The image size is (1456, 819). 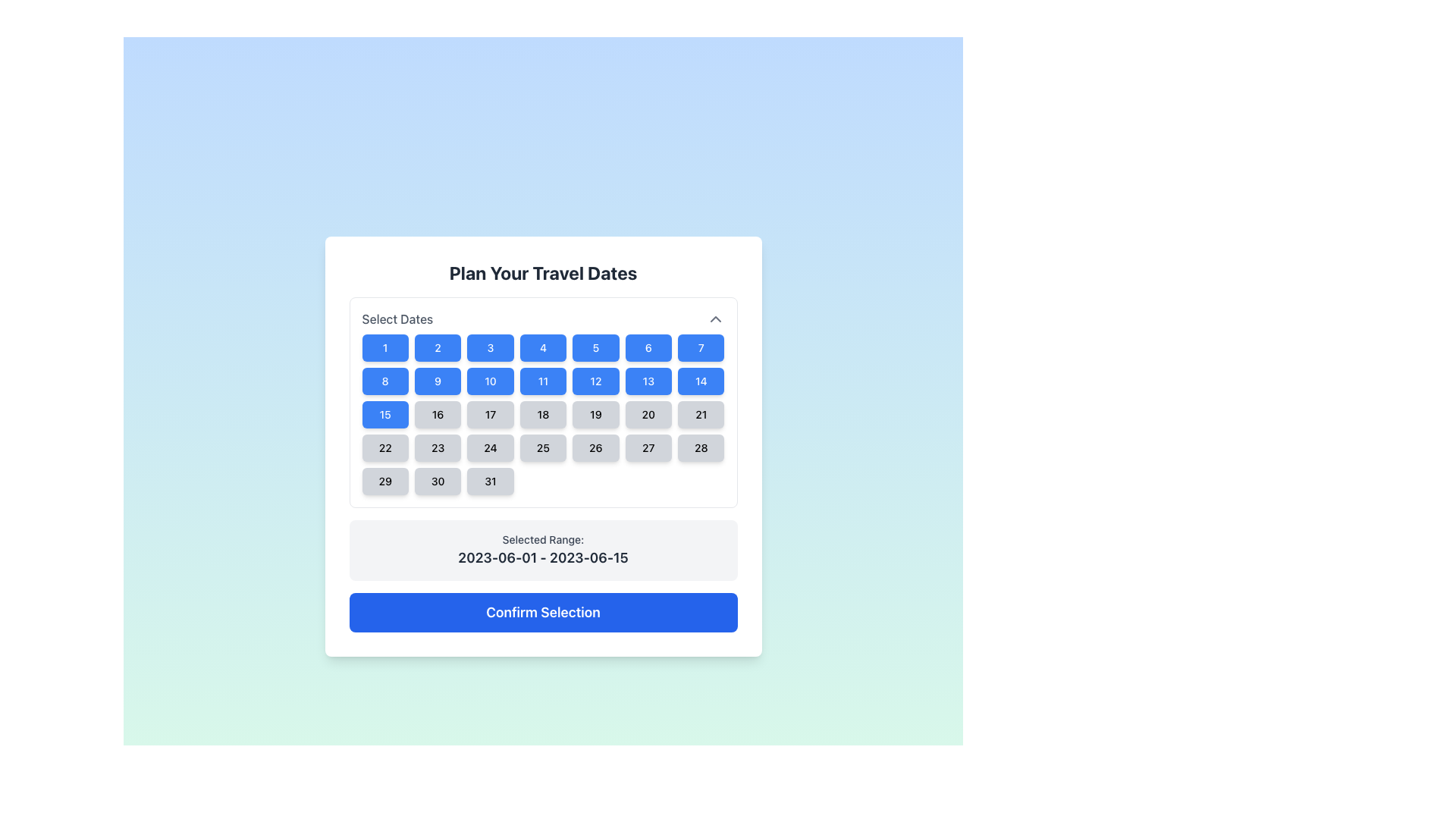 What do you see at coordinates (648, 348) in the screenshot?
I see `the sixth button` at bounding box center [648, 348].